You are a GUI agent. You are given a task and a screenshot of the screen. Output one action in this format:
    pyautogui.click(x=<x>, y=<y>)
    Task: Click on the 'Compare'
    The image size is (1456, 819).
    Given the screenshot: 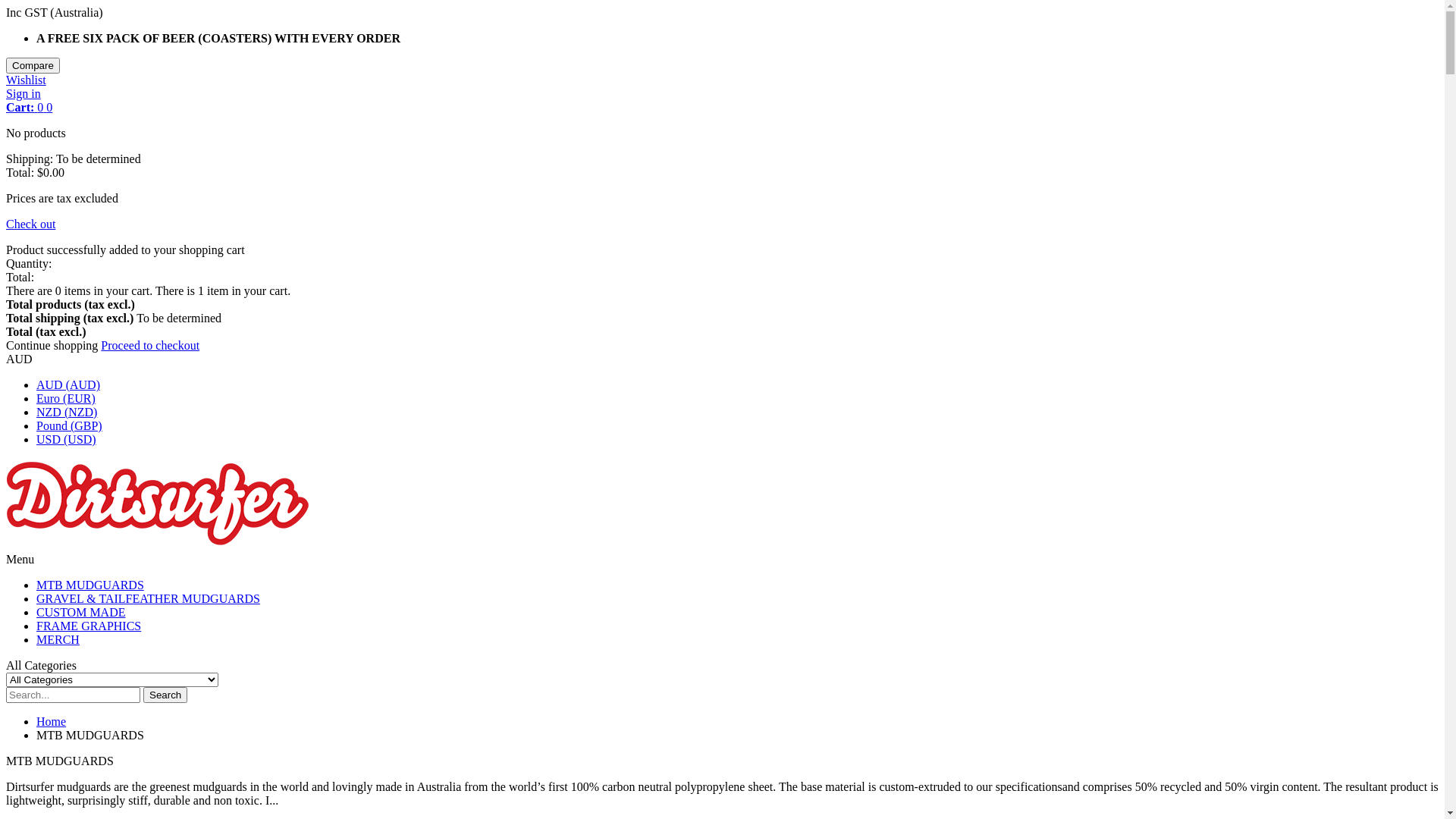 What is the action you would take?
    pyautogui.click(x=33, y=64)
    